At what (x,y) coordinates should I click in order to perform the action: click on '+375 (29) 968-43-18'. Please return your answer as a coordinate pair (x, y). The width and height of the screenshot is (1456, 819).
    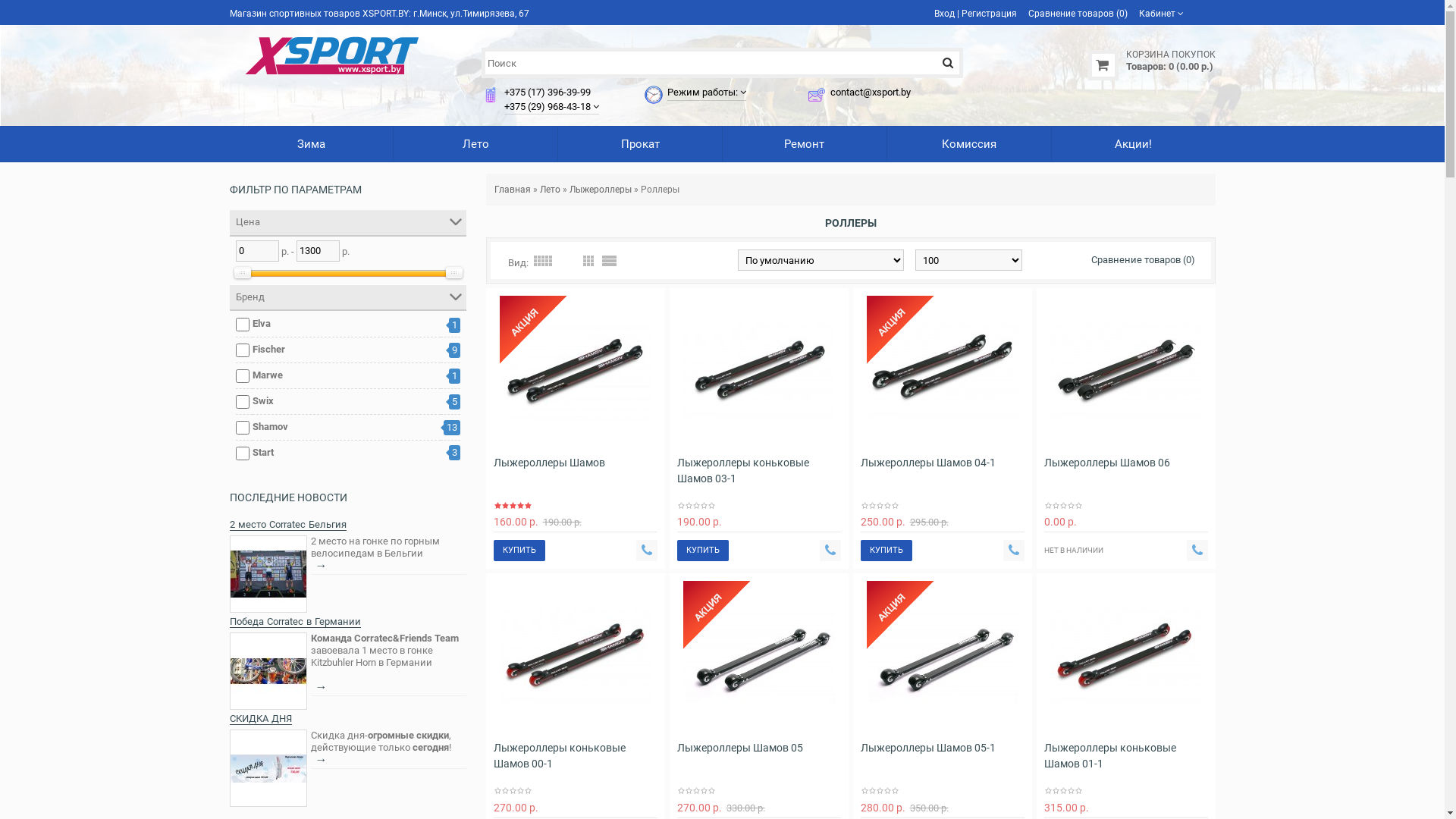
    Looking at the image, I should click on (546, 105).